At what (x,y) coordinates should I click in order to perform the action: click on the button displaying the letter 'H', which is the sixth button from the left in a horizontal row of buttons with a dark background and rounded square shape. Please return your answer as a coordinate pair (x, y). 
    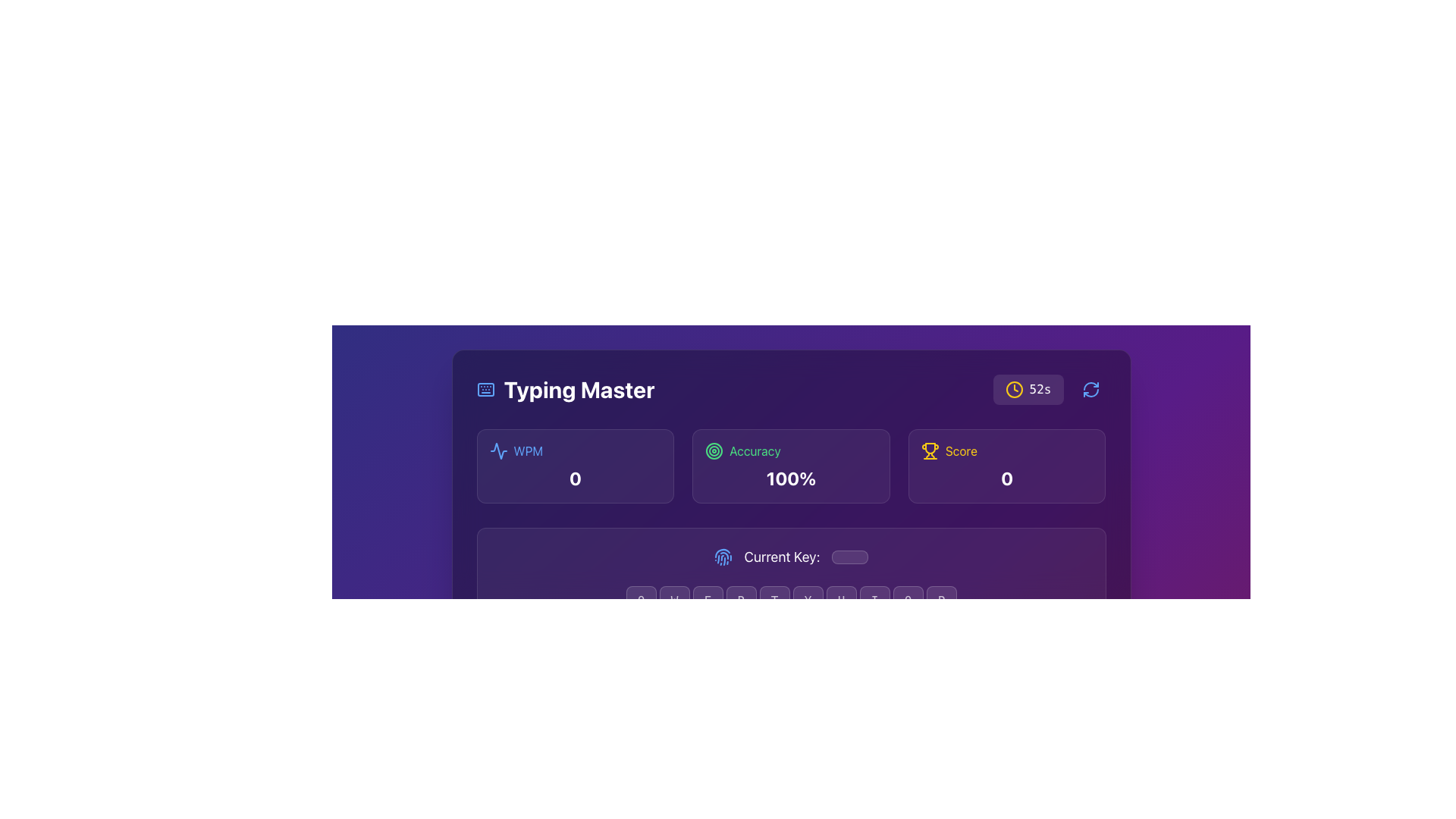
    Looking at the image, I should click on (824, 637).